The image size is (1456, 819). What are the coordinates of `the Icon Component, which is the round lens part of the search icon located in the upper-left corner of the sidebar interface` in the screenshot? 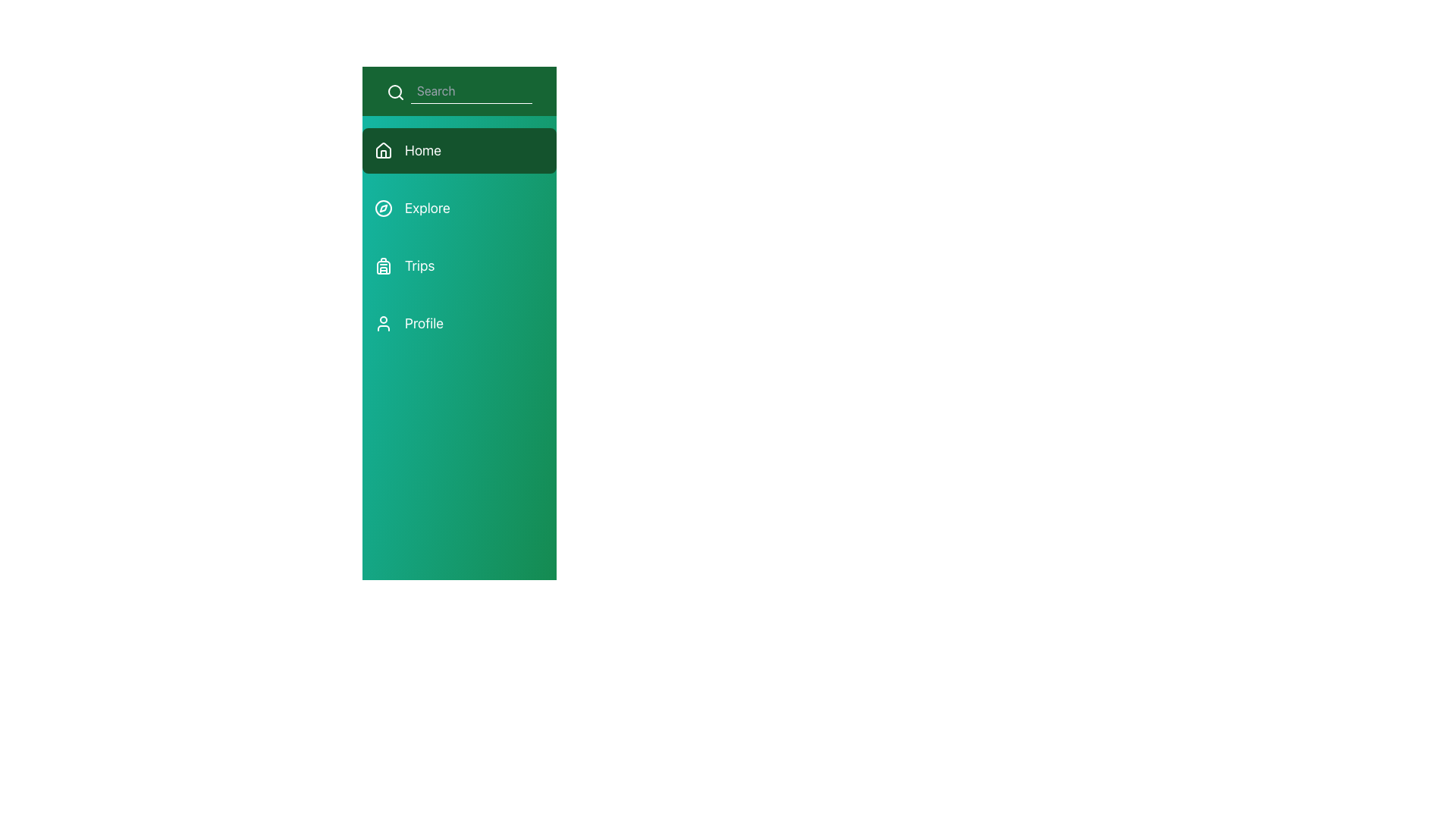 It's located at (395, 90).